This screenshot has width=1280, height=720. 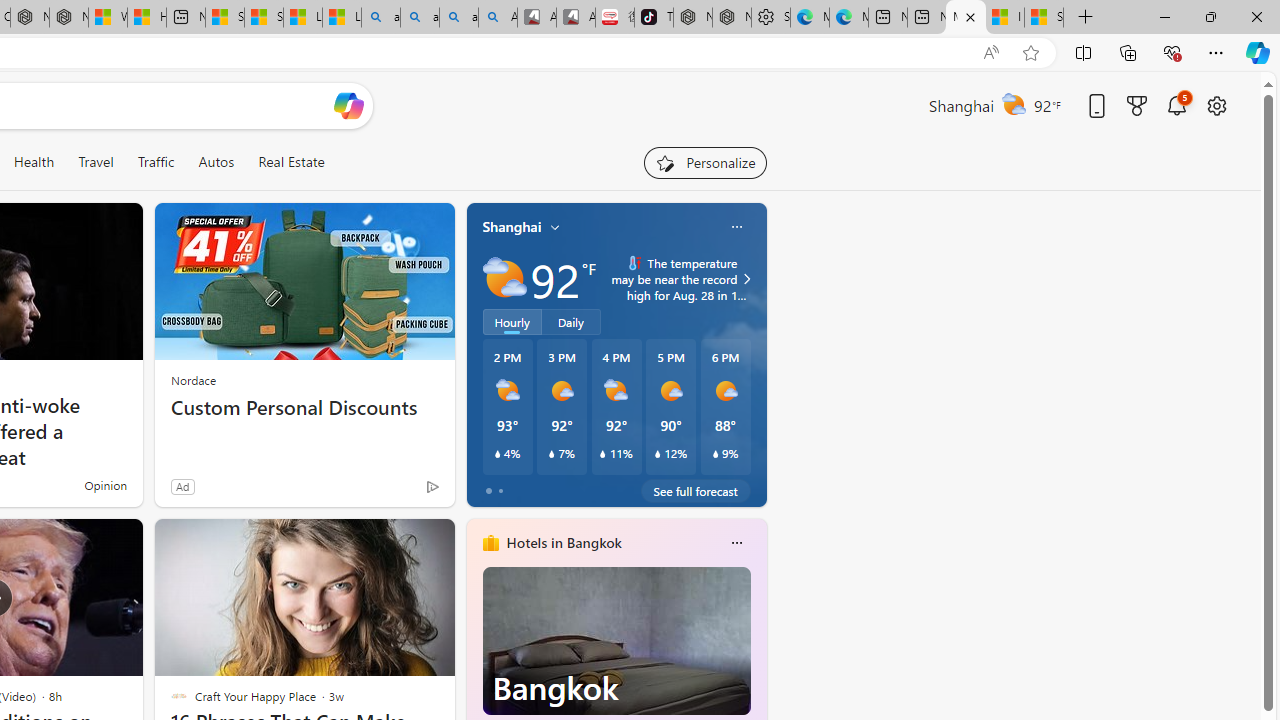 What do you see at coordinates (1215, 105) in the screenshot?
I see `'Open settings'` at bounding box center [1215, 105].